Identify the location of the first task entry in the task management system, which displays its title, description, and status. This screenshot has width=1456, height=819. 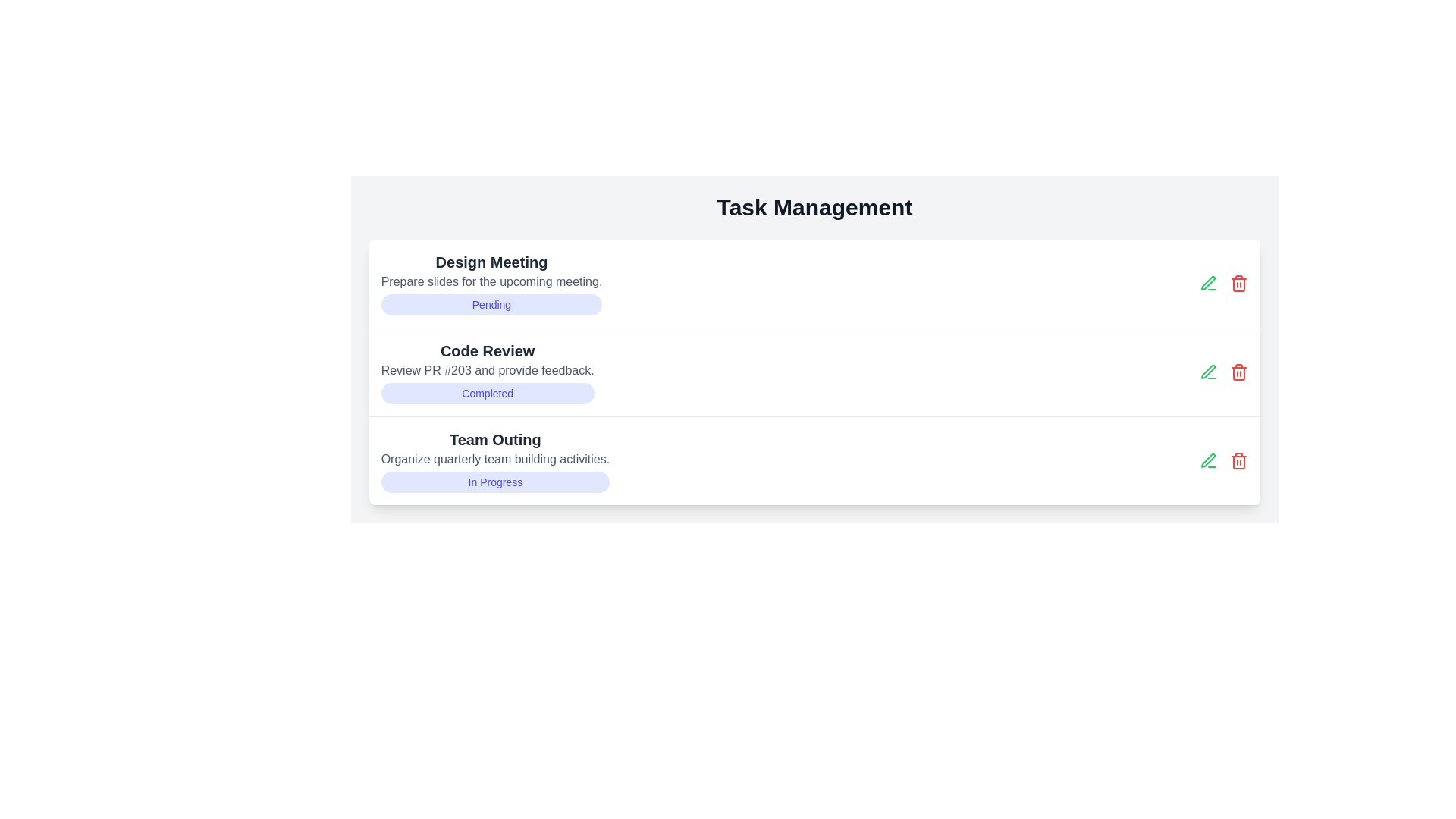
(491, 284).